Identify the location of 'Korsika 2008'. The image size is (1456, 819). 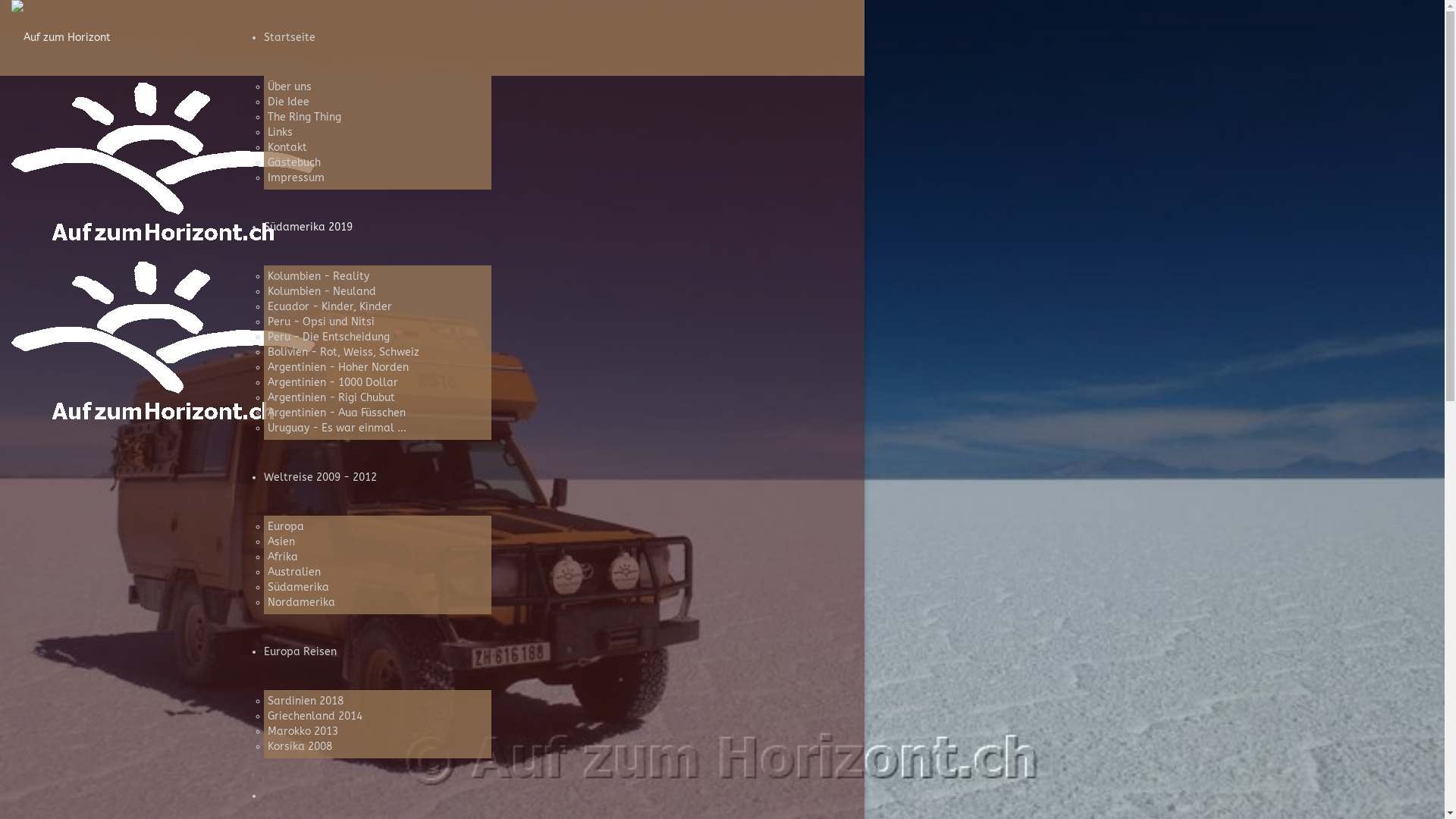
(299, 745).